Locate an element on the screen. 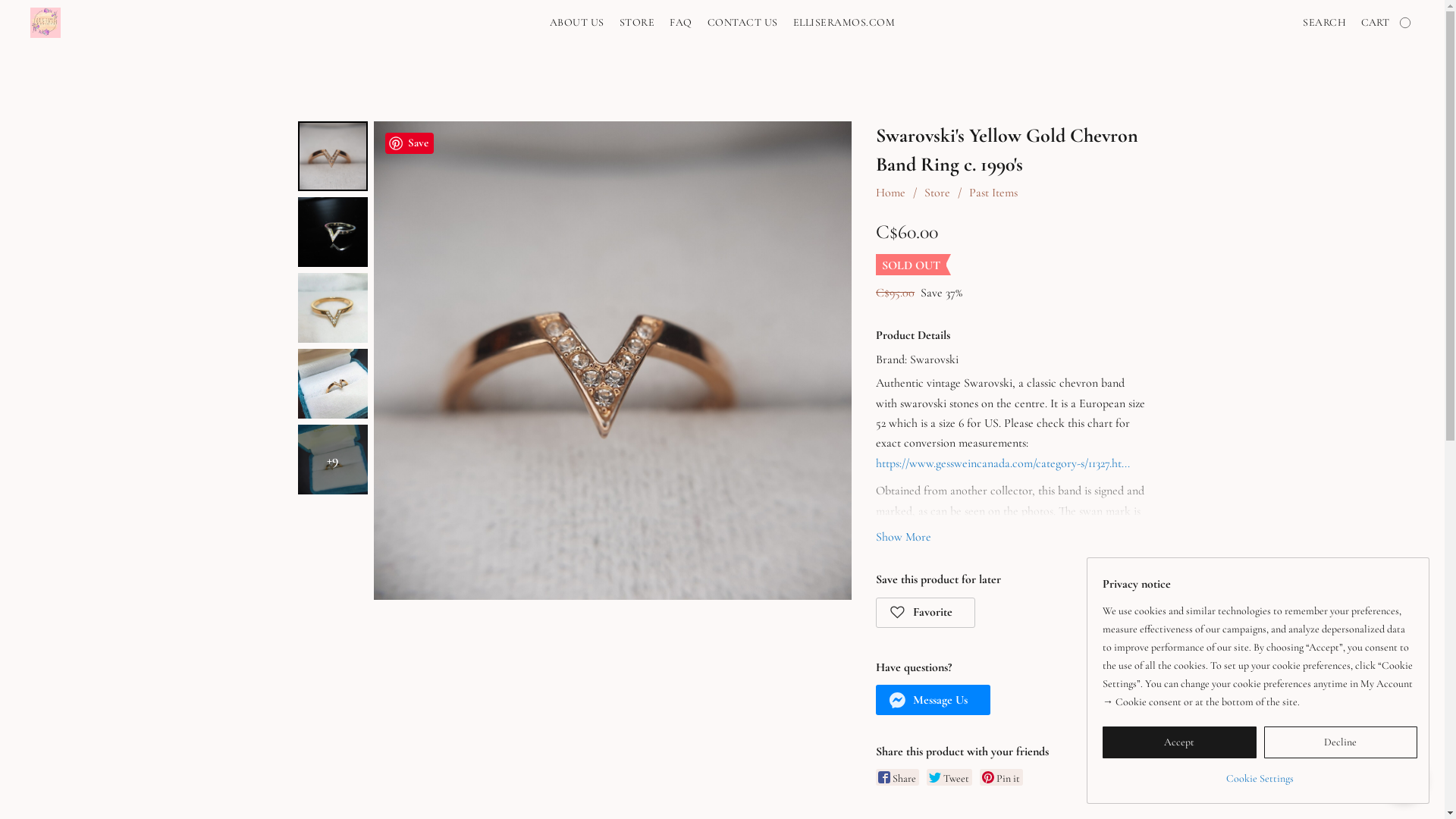 This screenshot has height=819, width=1456. 'Favorite' is located at coordinates (876, 611).